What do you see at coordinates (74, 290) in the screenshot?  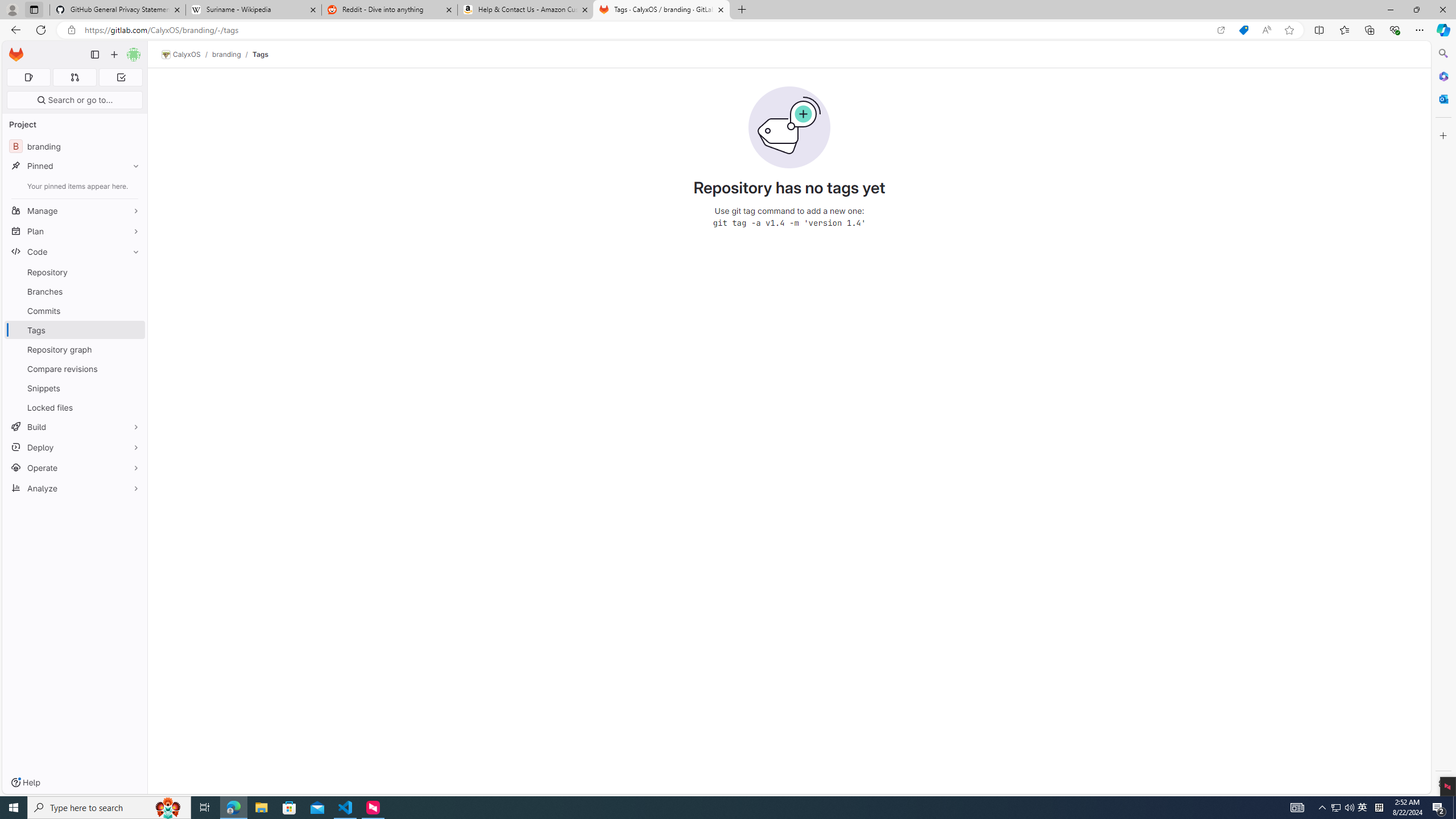 I see `'Branches'` at bounding box center [74, 290].